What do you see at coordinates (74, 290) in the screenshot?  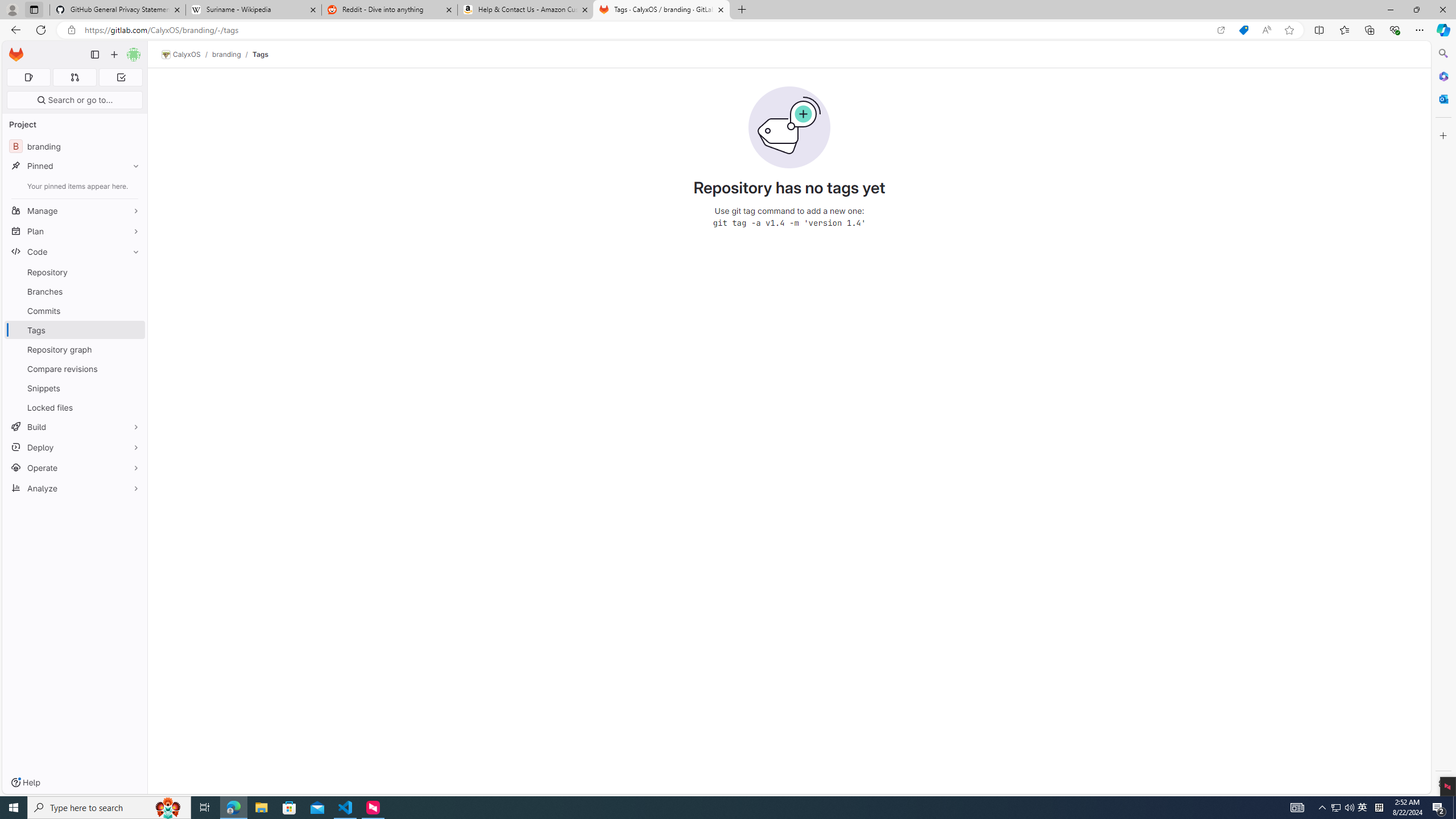 I see `'Branches'` at bounding box center [74, 290].